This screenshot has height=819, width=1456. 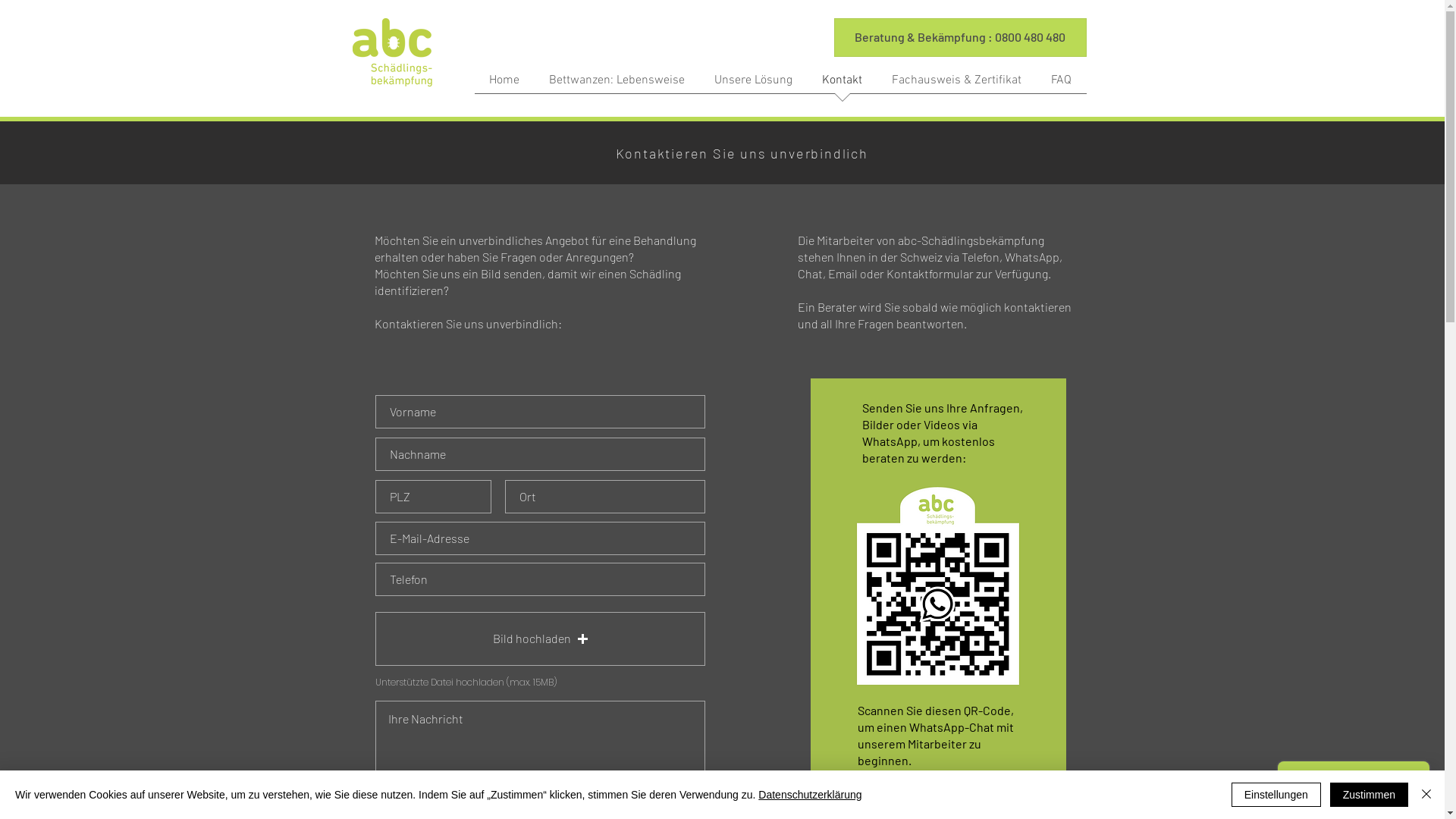 What do you see at coordinates (1276, 794) in the screenshot?
I see `'Einstellungen'` at bounding box center [1276, 794].